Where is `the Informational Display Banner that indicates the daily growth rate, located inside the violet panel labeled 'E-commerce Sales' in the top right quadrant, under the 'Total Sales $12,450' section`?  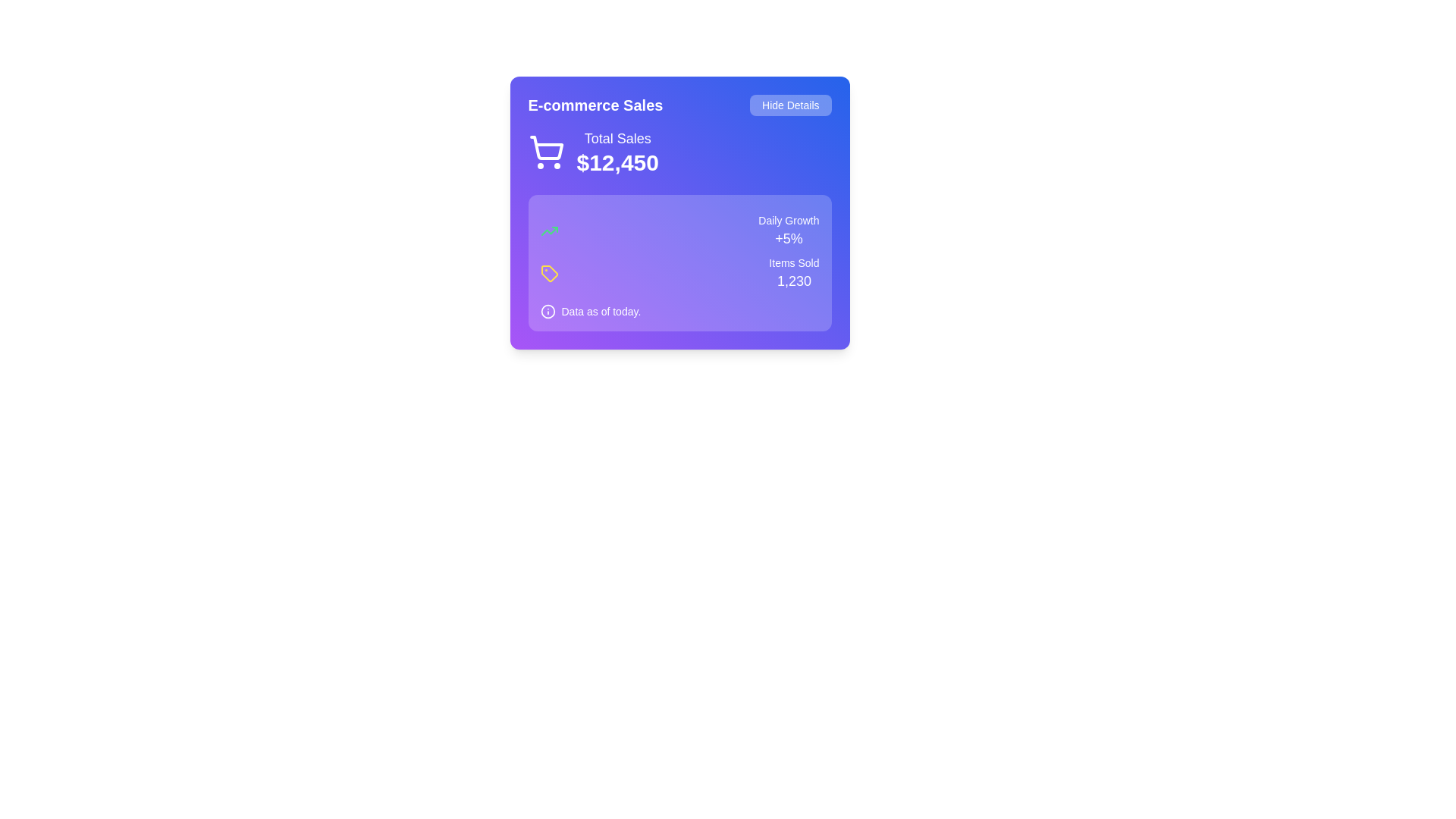
the Informational Display Banner that indicates the daily growth rate, located inside the violet panel labeled 'E-commerce Sales' in the top right quadrant, under the 'Total Sales $12,450' section is located at coordinates (679, 231).